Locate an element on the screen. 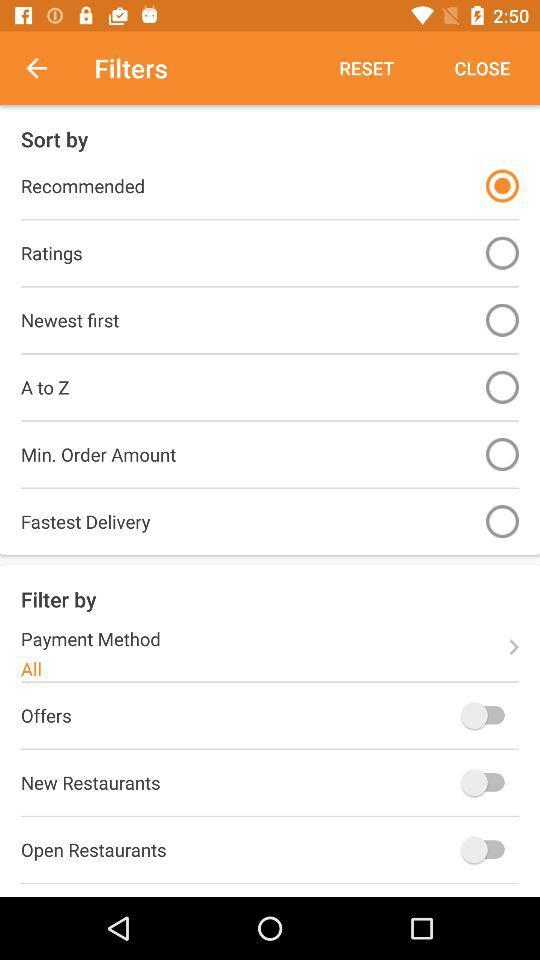 The height and width of the screenshot is (960, 540). item to the right of the recommended item is located at coordinates (501, 186).